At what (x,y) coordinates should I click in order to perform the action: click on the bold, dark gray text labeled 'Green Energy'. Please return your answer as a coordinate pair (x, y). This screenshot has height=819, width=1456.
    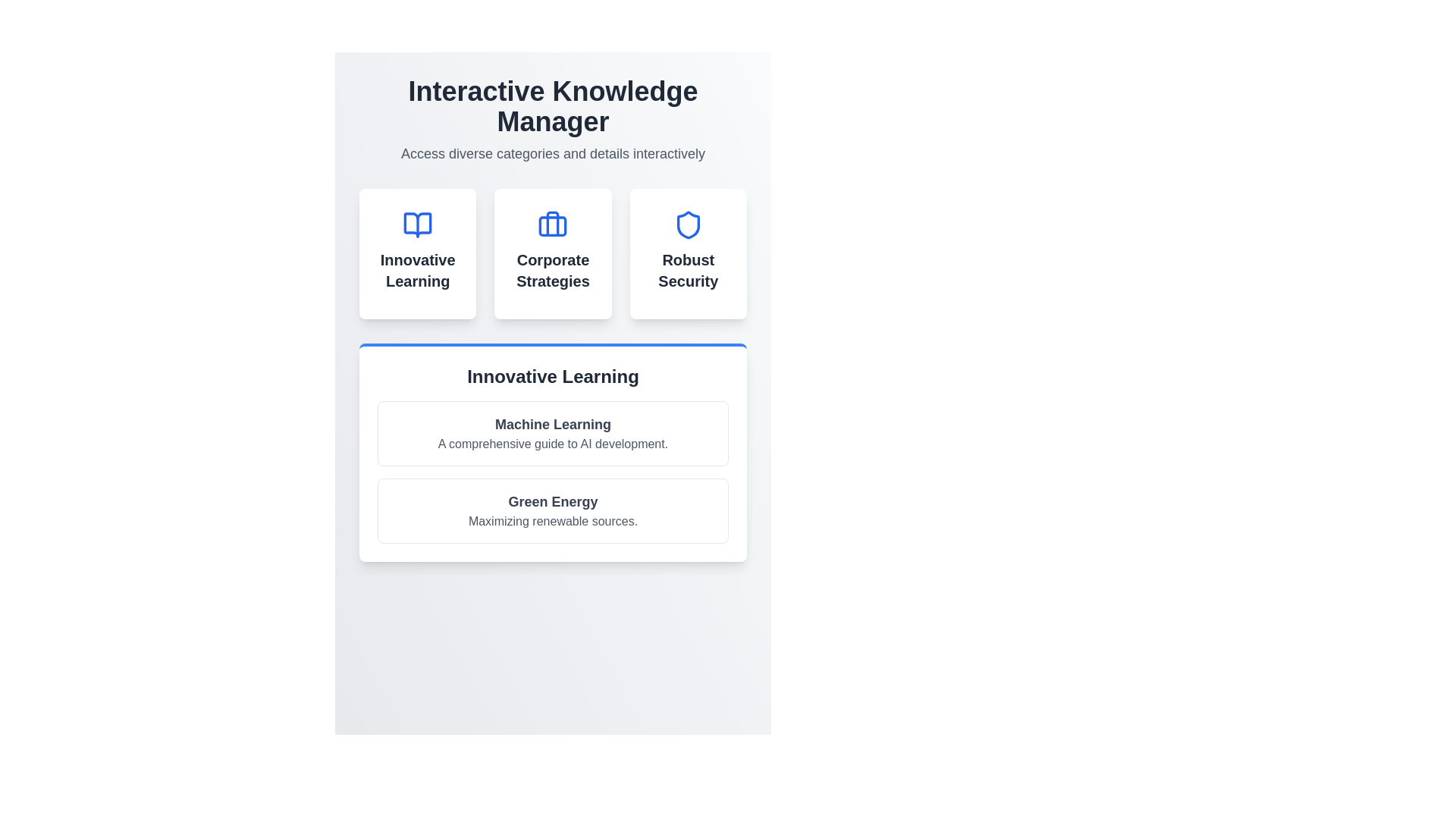
    Looking at the image, I should click on (552, 502).